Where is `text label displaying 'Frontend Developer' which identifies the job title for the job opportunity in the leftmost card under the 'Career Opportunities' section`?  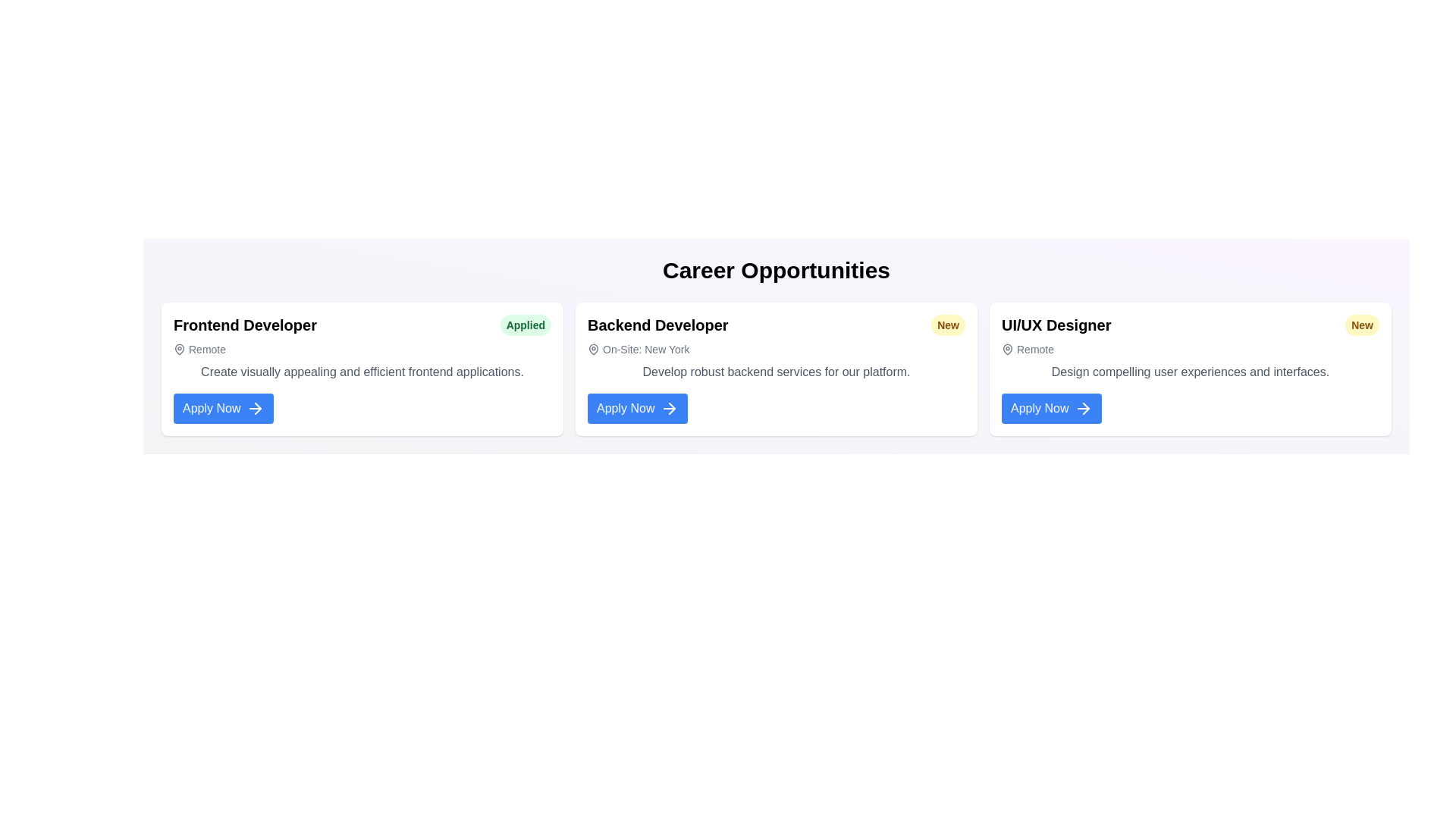 text label displaying 'Frontend Developer' which identifies the job title for the job opportunity in the leftmost card under the 'Career Opportunities' section is located at coordinates (245, 324).